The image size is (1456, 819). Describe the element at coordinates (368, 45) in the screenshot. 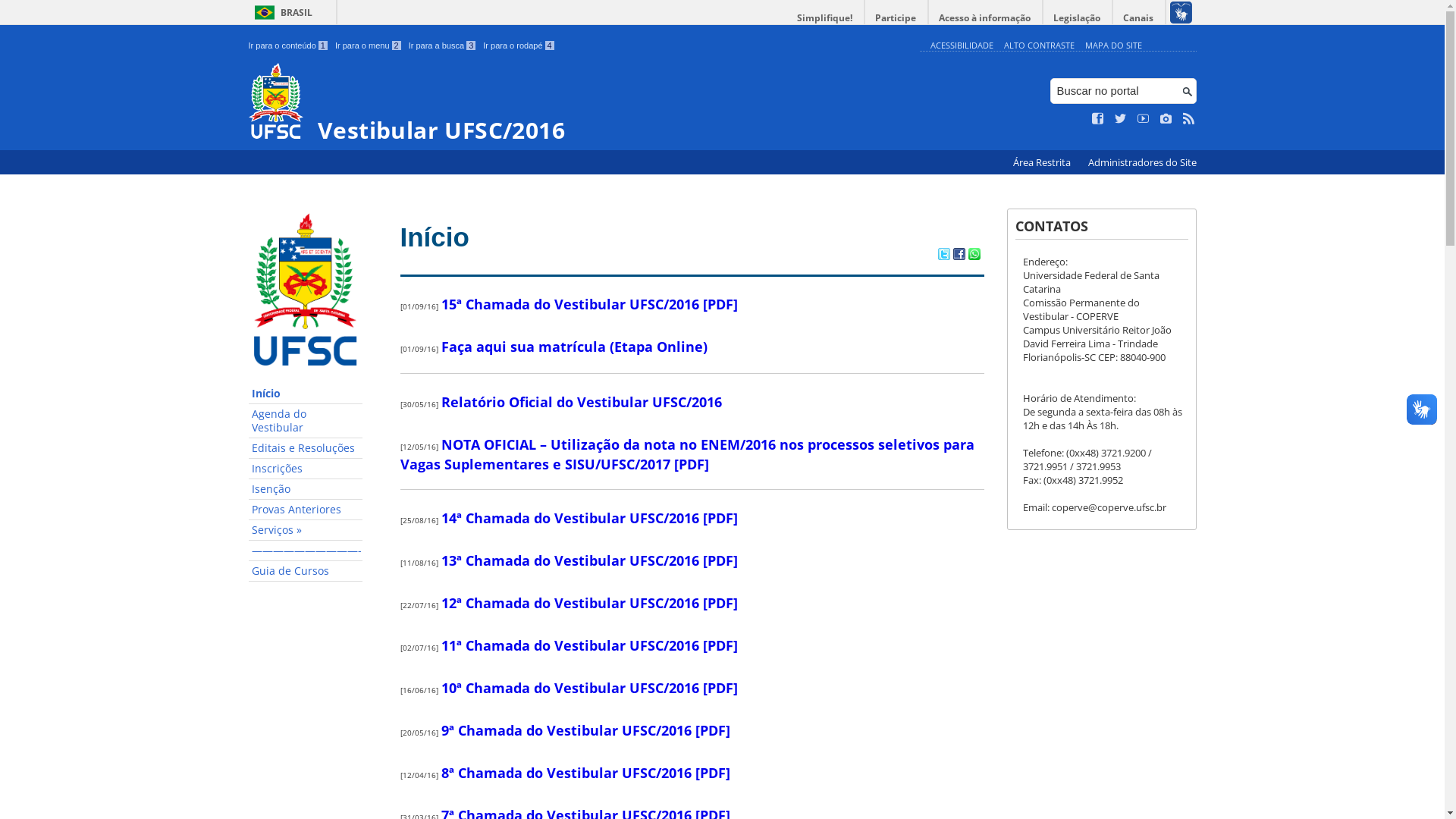

I see `'Ir para o menu 2'` at that location.